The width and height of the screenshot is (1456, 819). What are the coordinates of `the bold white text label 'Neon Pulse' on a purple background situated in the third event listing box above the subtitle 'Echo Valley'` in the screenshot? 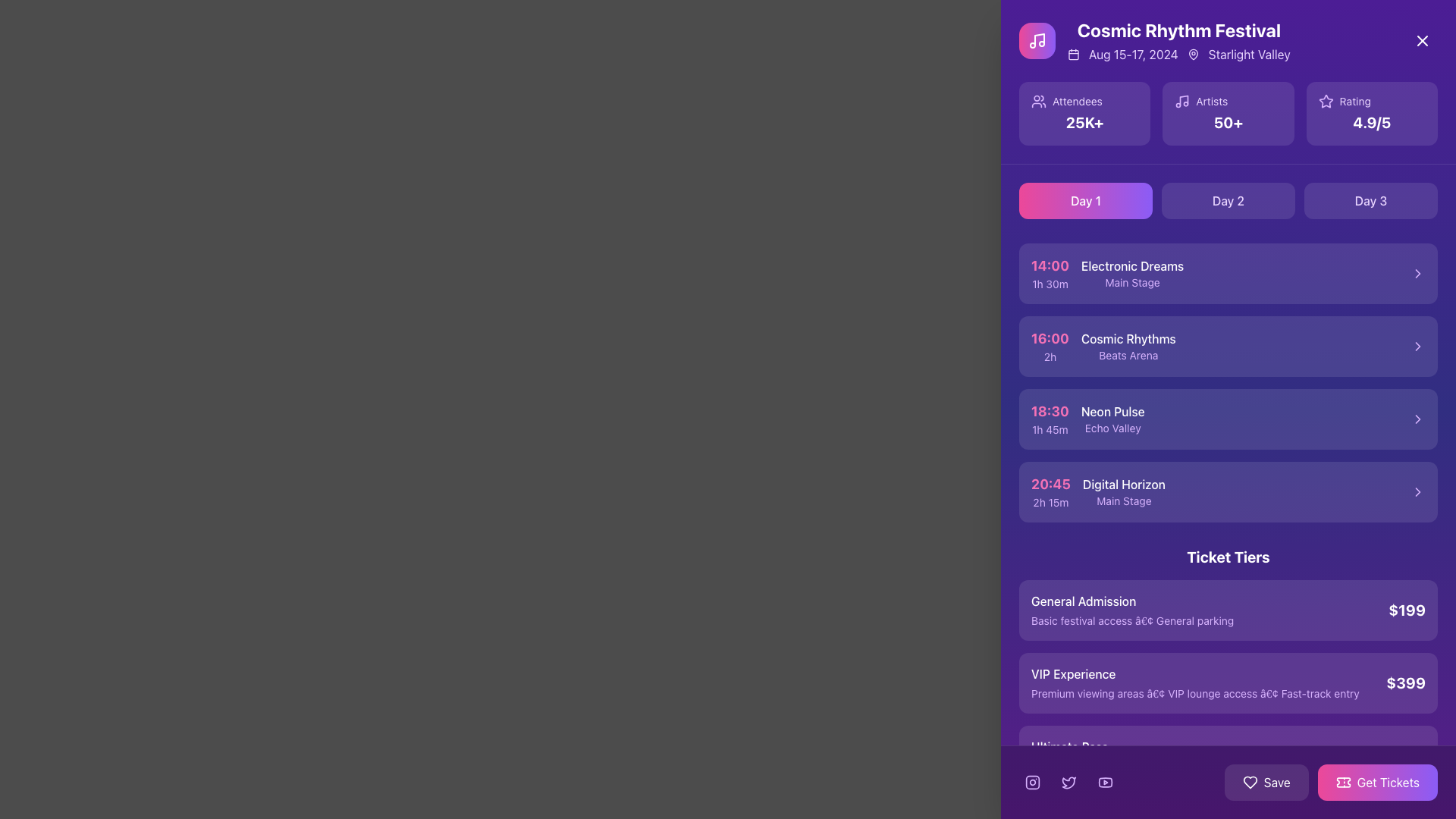 It's located at (1112, 412).